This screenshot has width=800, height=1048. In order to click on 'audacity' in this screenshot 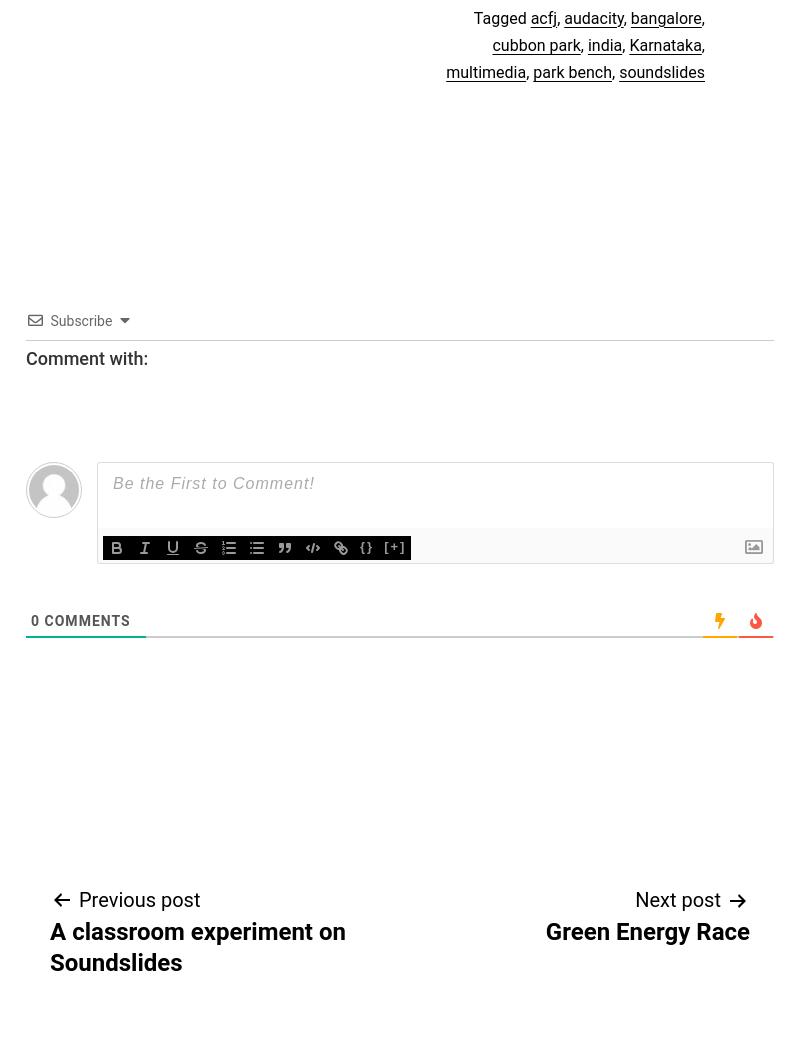, I will do `click(592, 16)`.